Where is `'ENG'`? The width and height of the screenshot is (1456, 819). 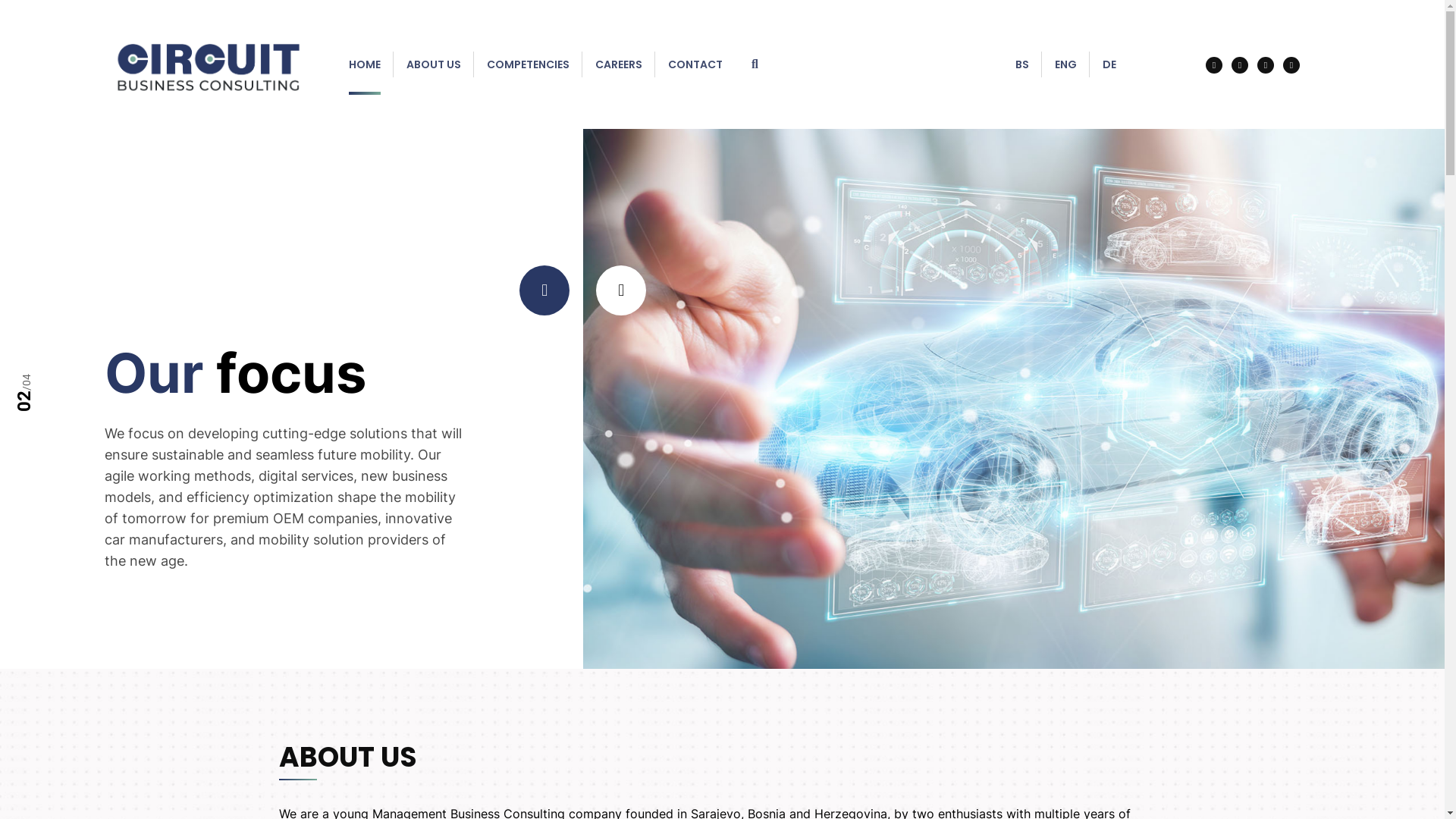
'ENG' is located at coordinates (1065, 63).